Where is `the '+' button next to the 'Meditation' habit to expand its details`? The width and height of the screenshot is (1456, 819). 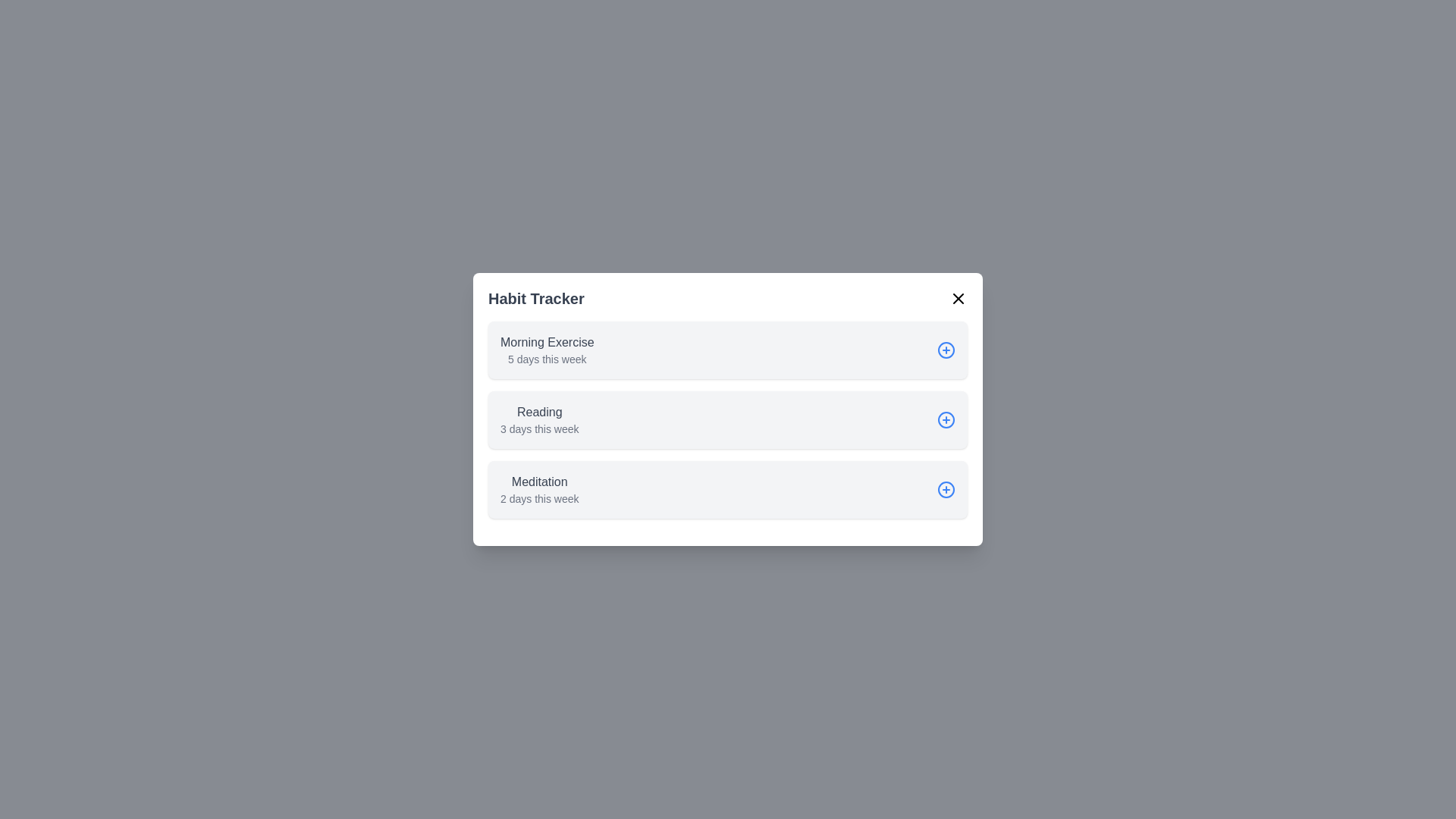 the '+' button next to the 'Meditation' habit to expand its details is located at coordinates (946, 489).